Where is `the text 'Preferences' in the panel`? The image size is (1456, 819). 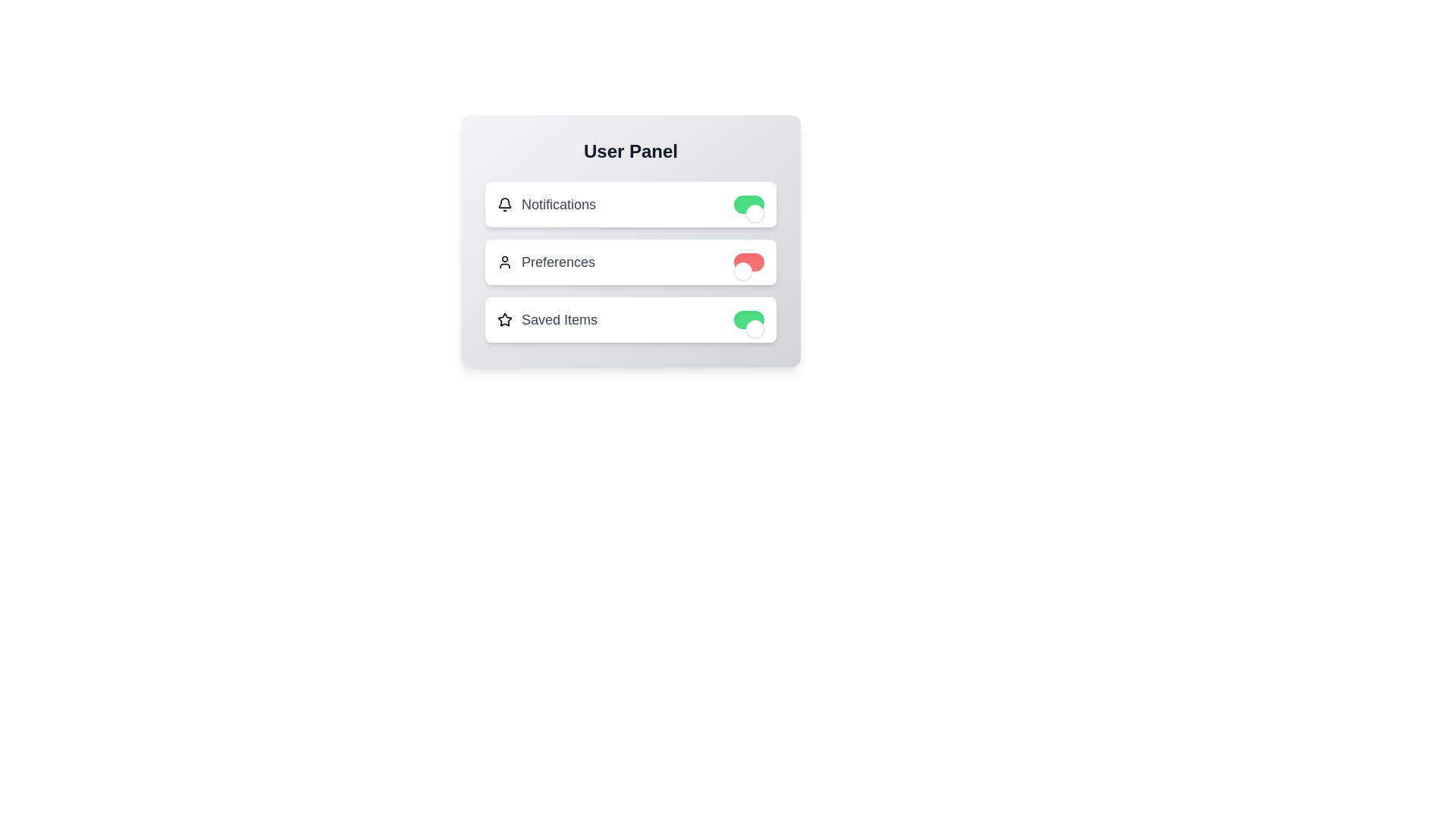
the text 'Preferences' in the panel is located at coordinates (557, 262).